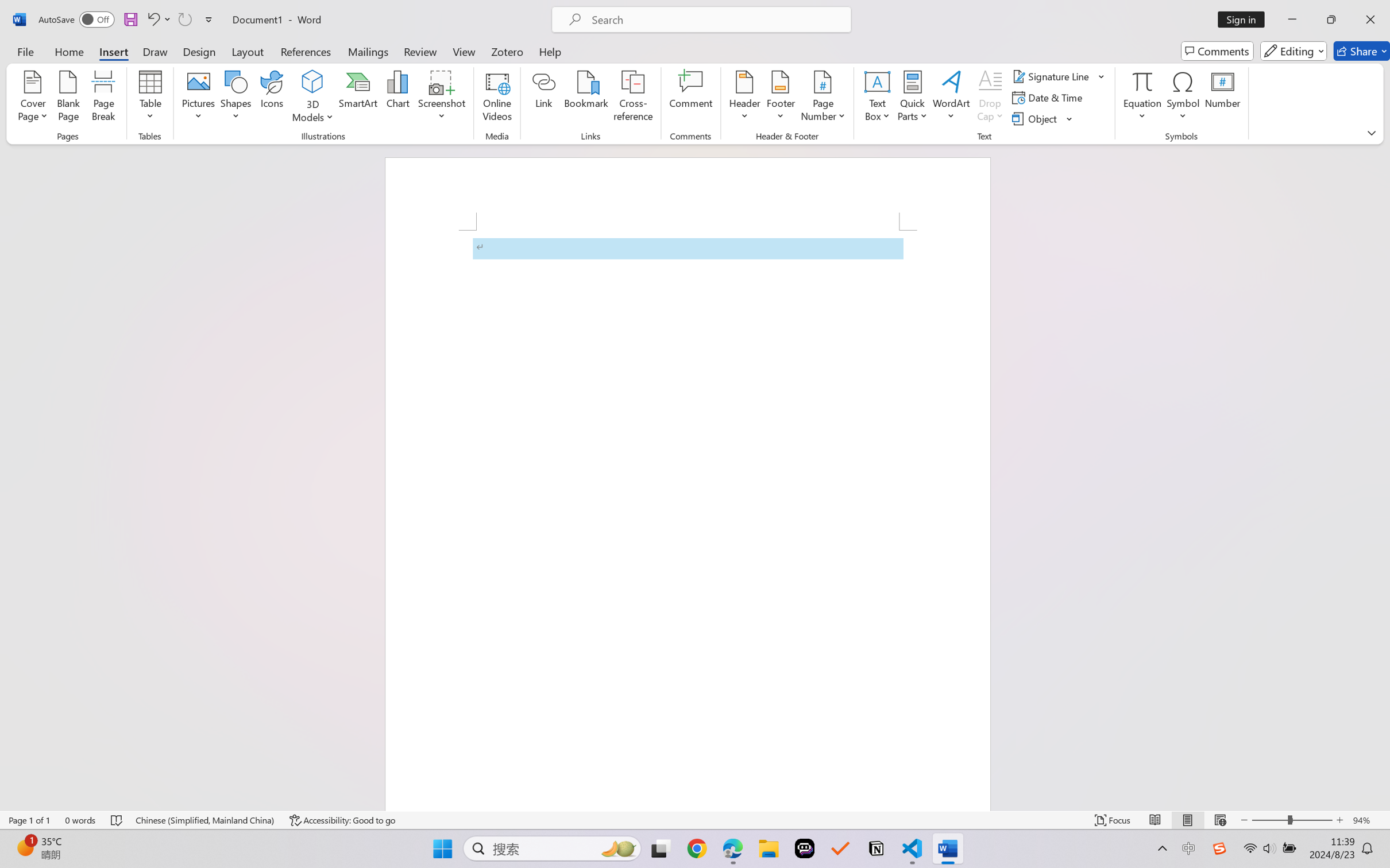 Image resolution: width=1390 pixels, height=868 pixels. What do you see at coordinates (234, 98) in the screenshot?
I see `'Shapes'` at bounding box center [234, 98].